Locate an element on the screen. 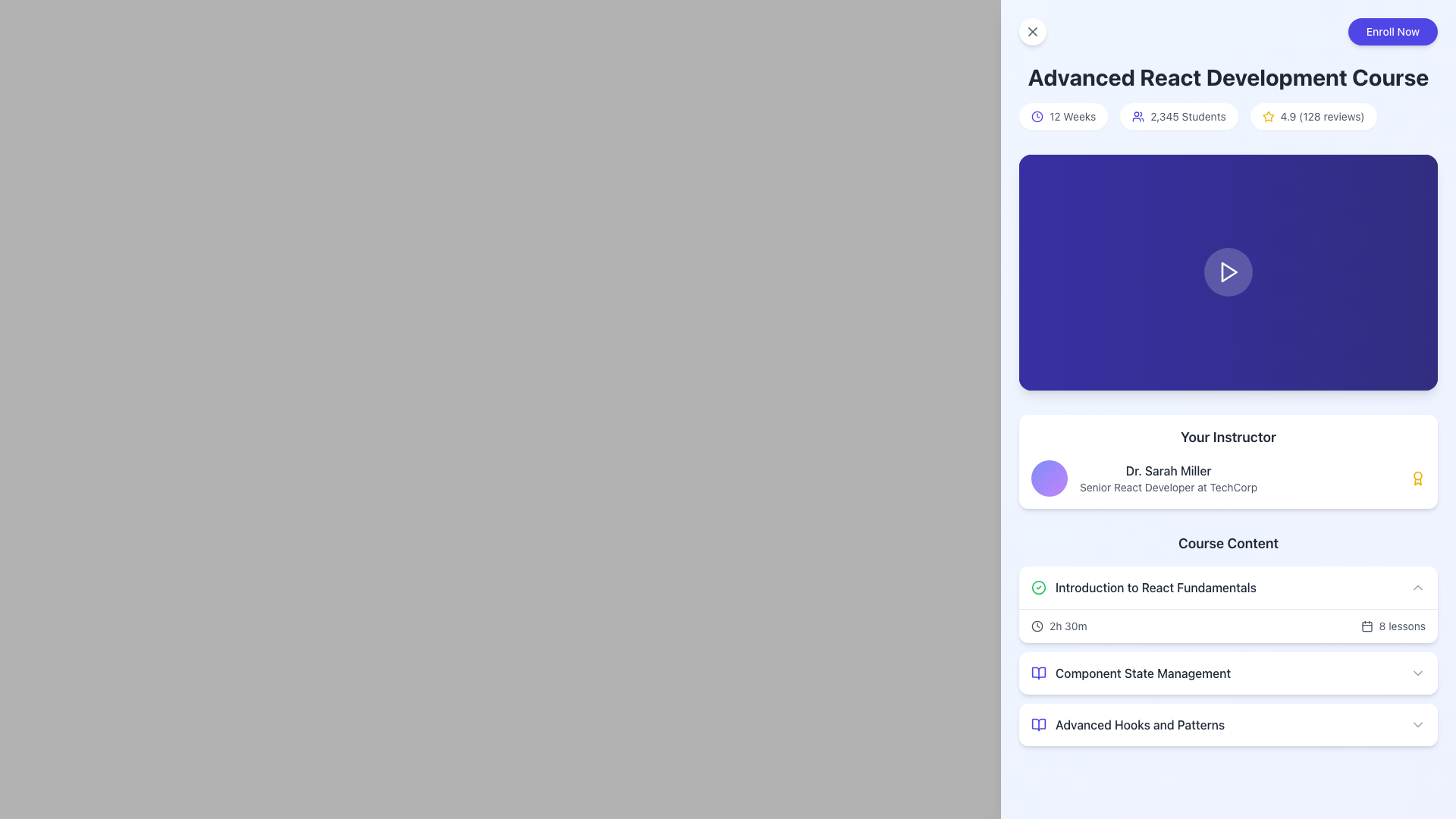 This screenshot has width=1456, height=819. the time indicator icon located to the left of the time text '2h 30m' in the 'Introduction to React Fundamentals' section of the 'Course Content' area is located at coordinates (1037, 626).